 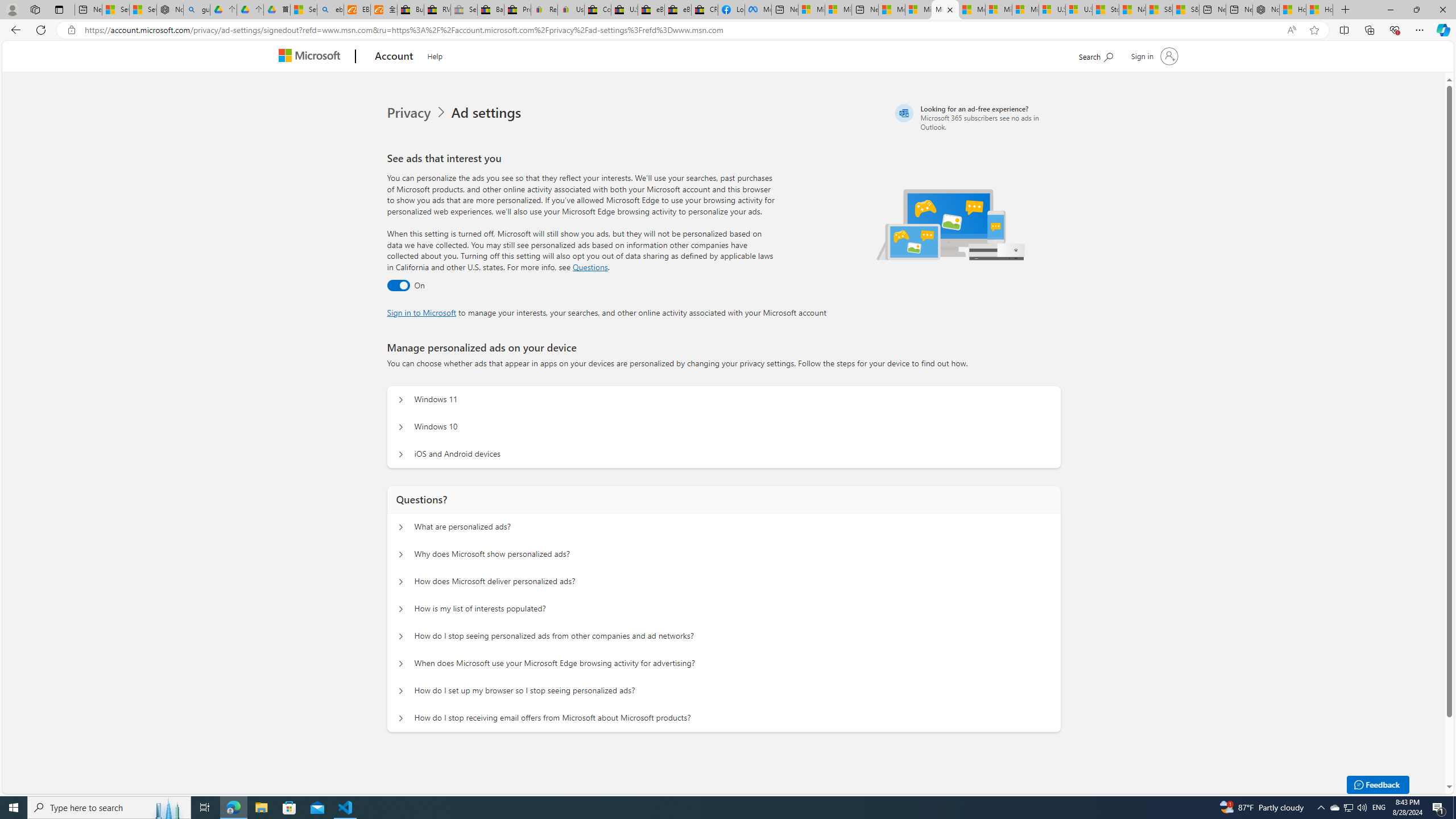 What do you see at coordinates (1095, 55) in the screenshot?
I see `'Search Microsoft.com'` at bounding box center [1095, 55].